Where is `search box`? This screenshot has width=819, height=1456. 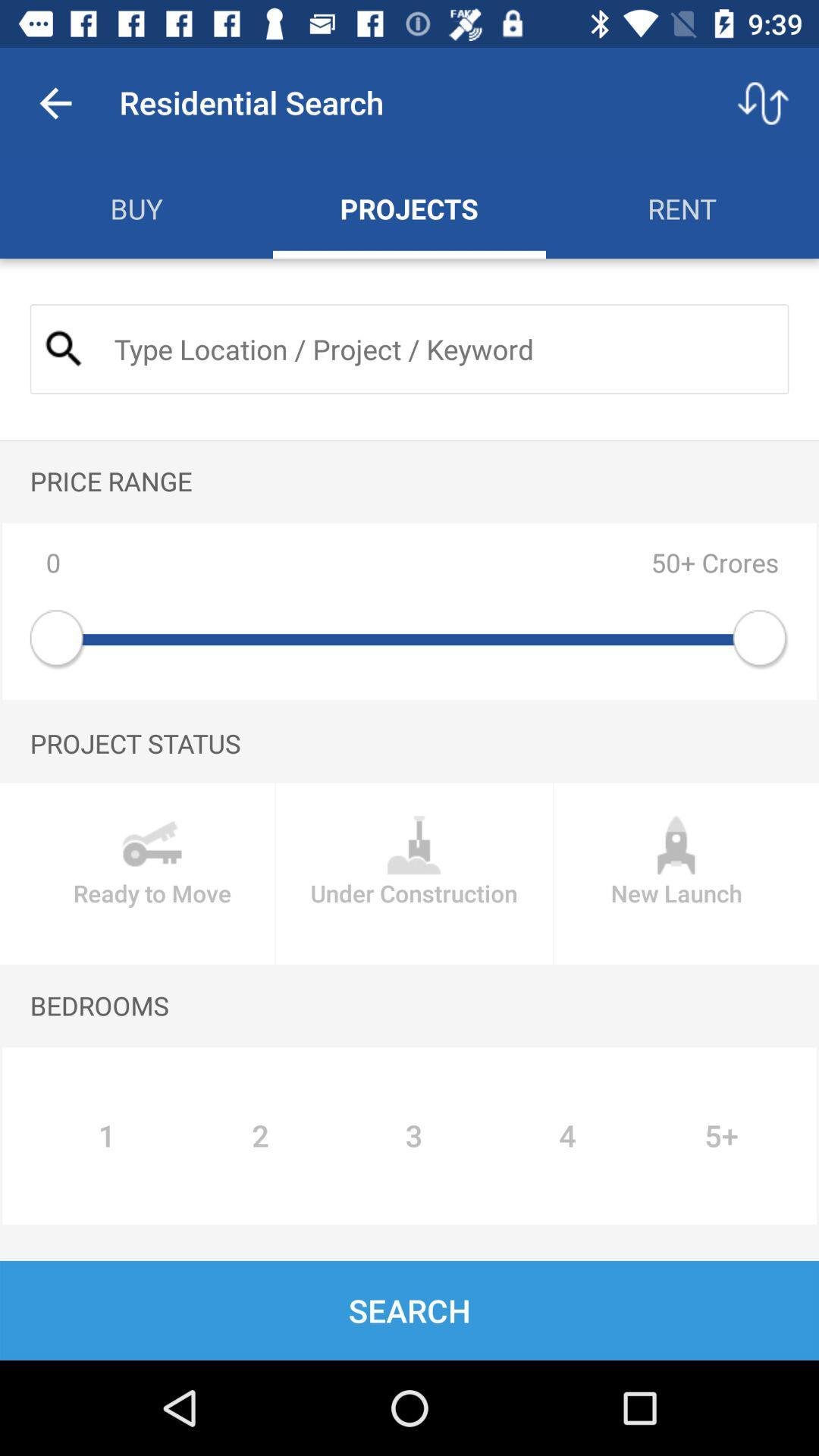
search box is located at coordinates (438, 348).